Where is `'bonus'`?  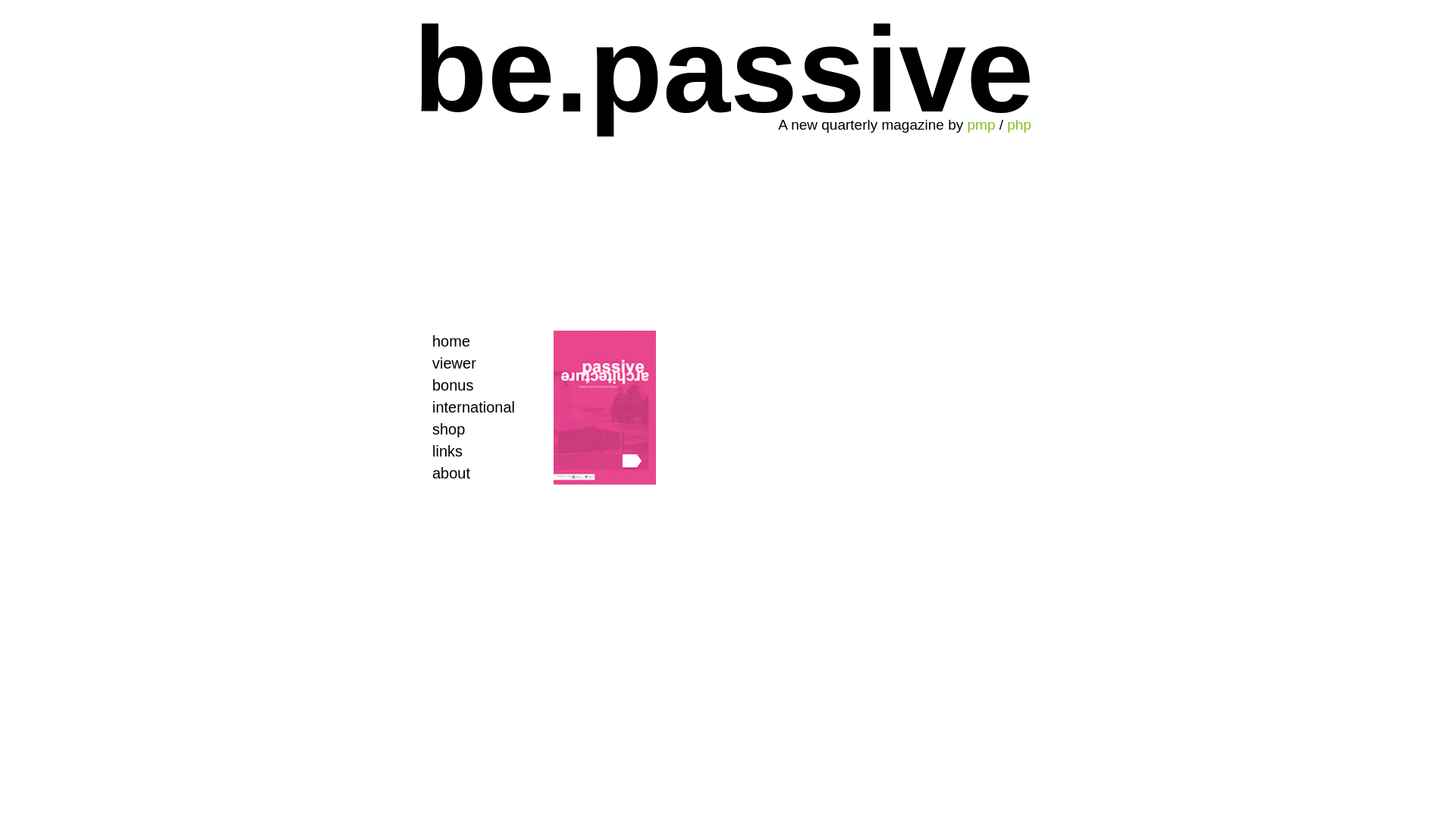 'bonus' is located at coordinates (413, 384).